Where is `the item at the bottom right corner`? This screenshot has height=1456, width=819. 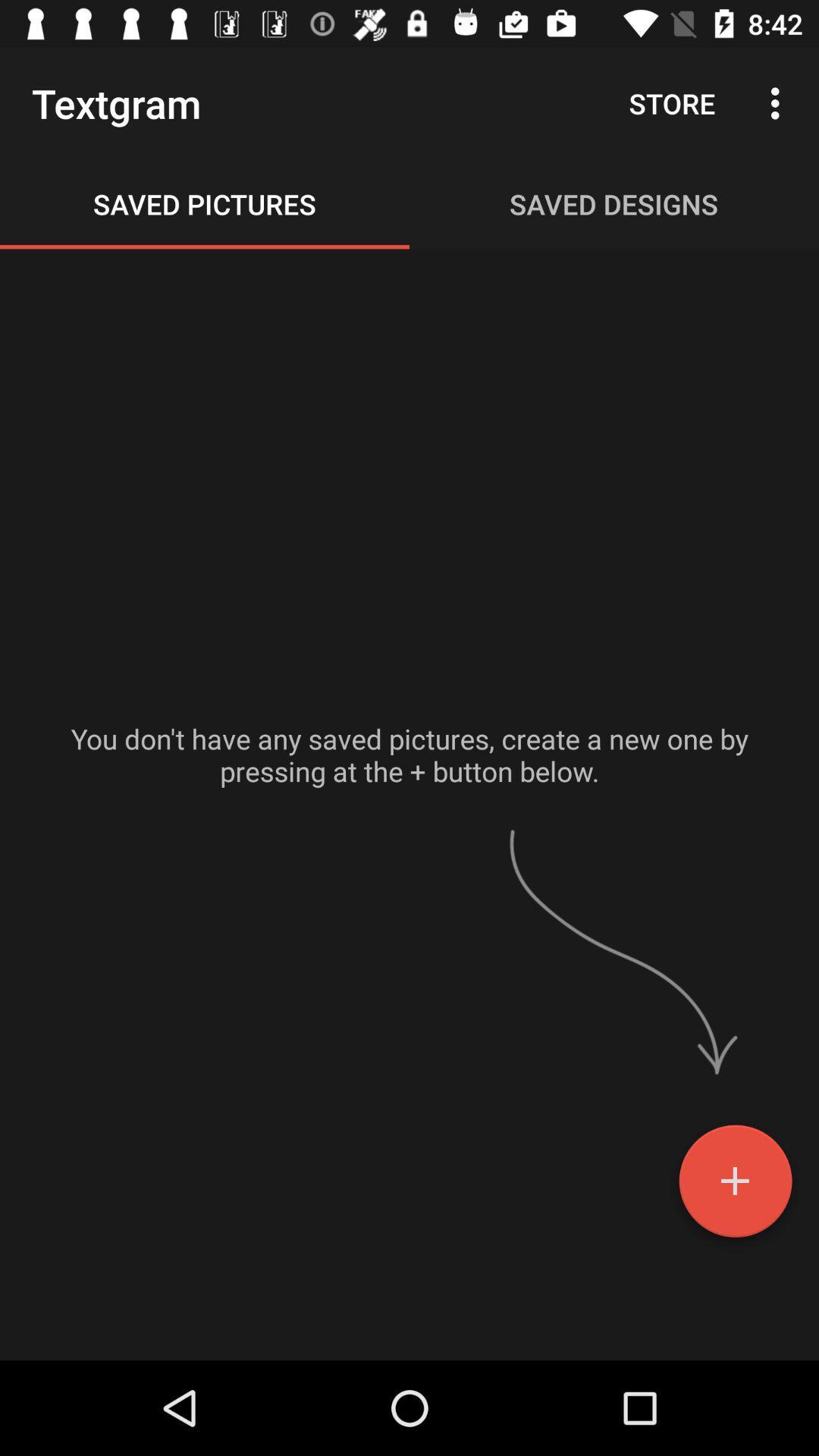
the item at the bottom right corner is located at coordinates (734, 1186).